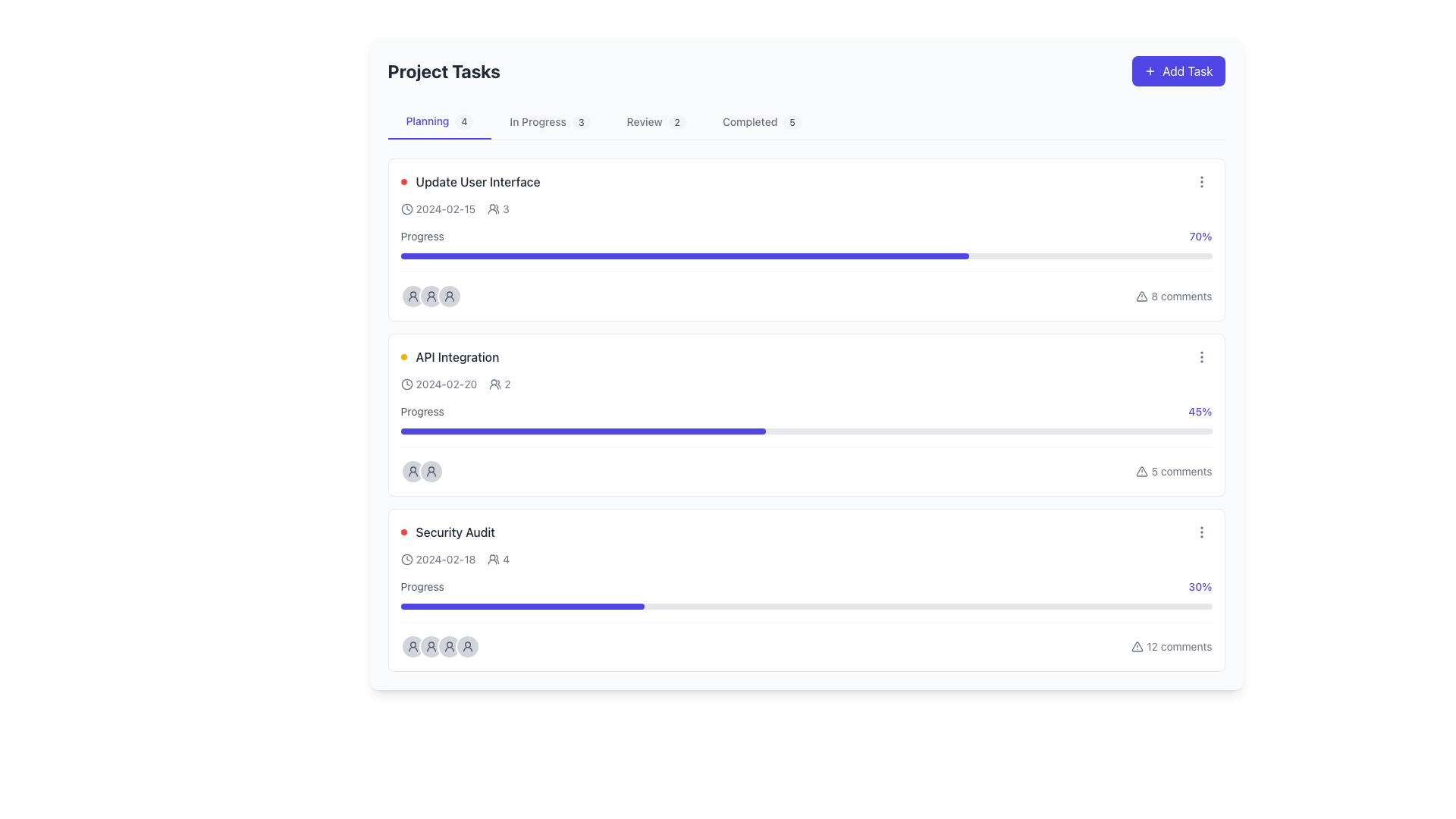  What do you see at coordinates (1142, 296) in the screenshot?
I see `the warning icon located in the comment section of the task card, which indicates a comment count that may require attention` at bounding box center [1142, 296].